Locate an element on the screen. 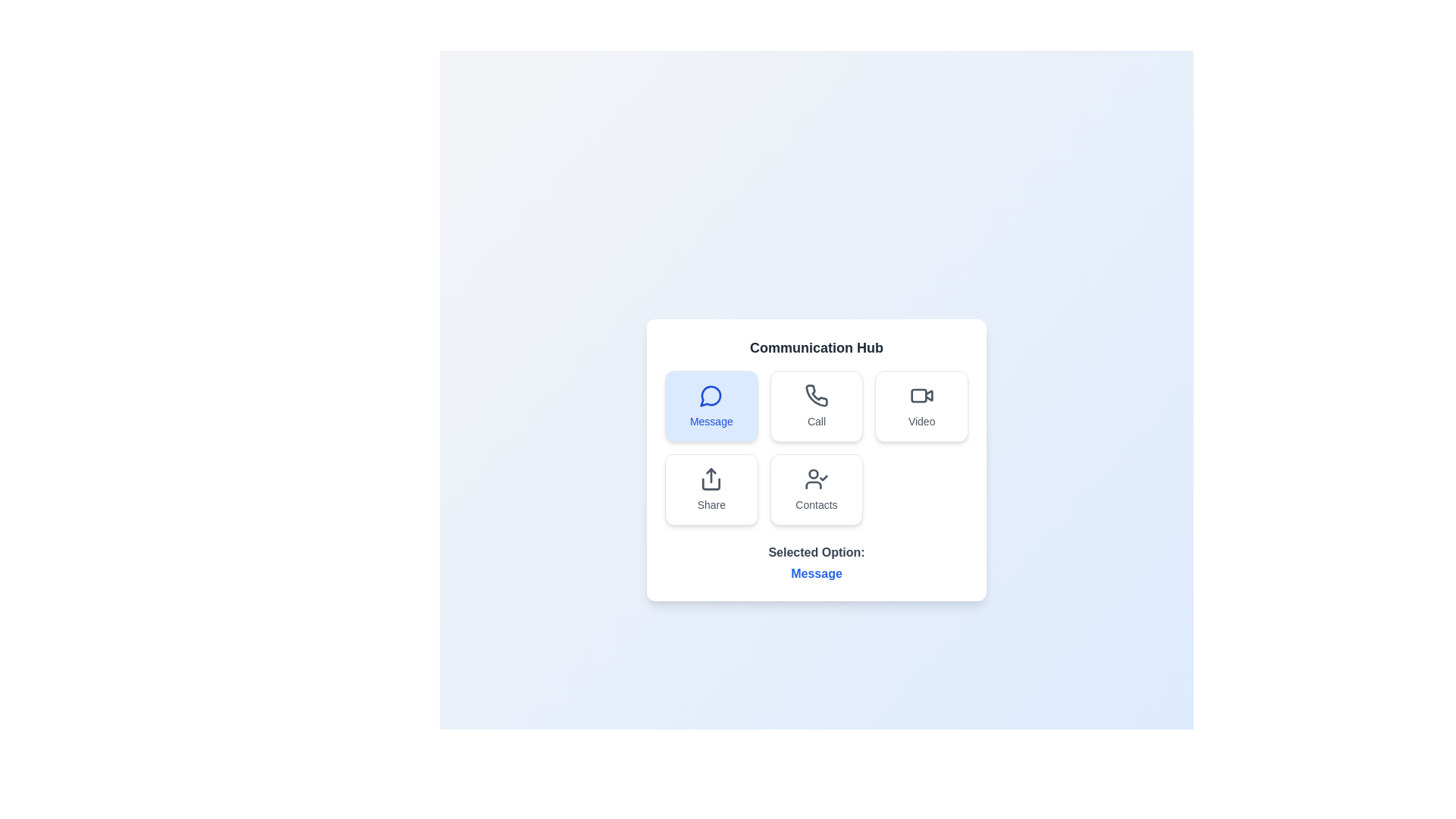 The image size is (1456, 819). the option Video in the Communication Hub is located at coordinates (921, 406).